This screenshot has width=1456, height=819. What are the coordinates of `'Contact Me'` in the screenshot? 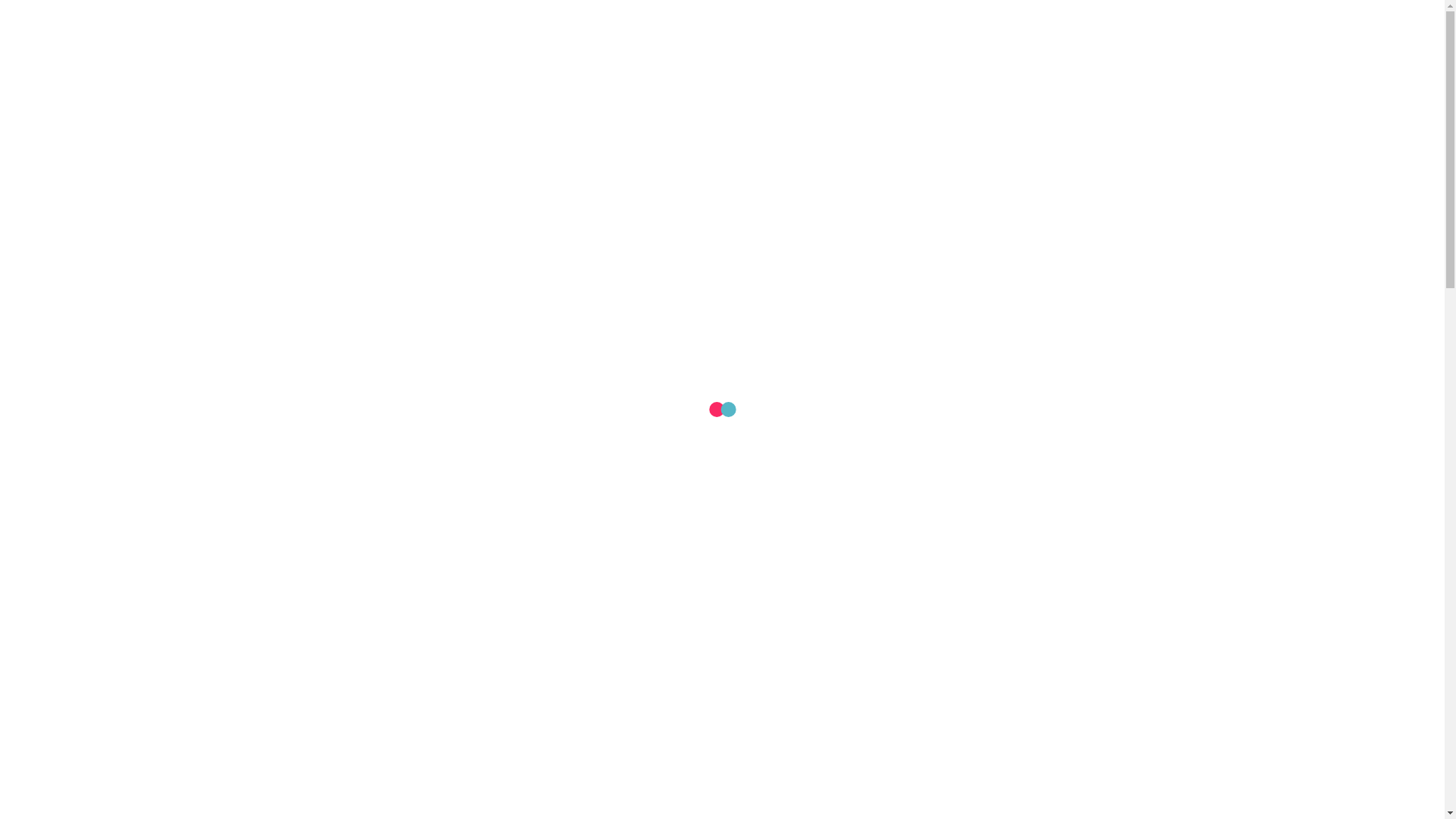 It's located at (1113, 76).